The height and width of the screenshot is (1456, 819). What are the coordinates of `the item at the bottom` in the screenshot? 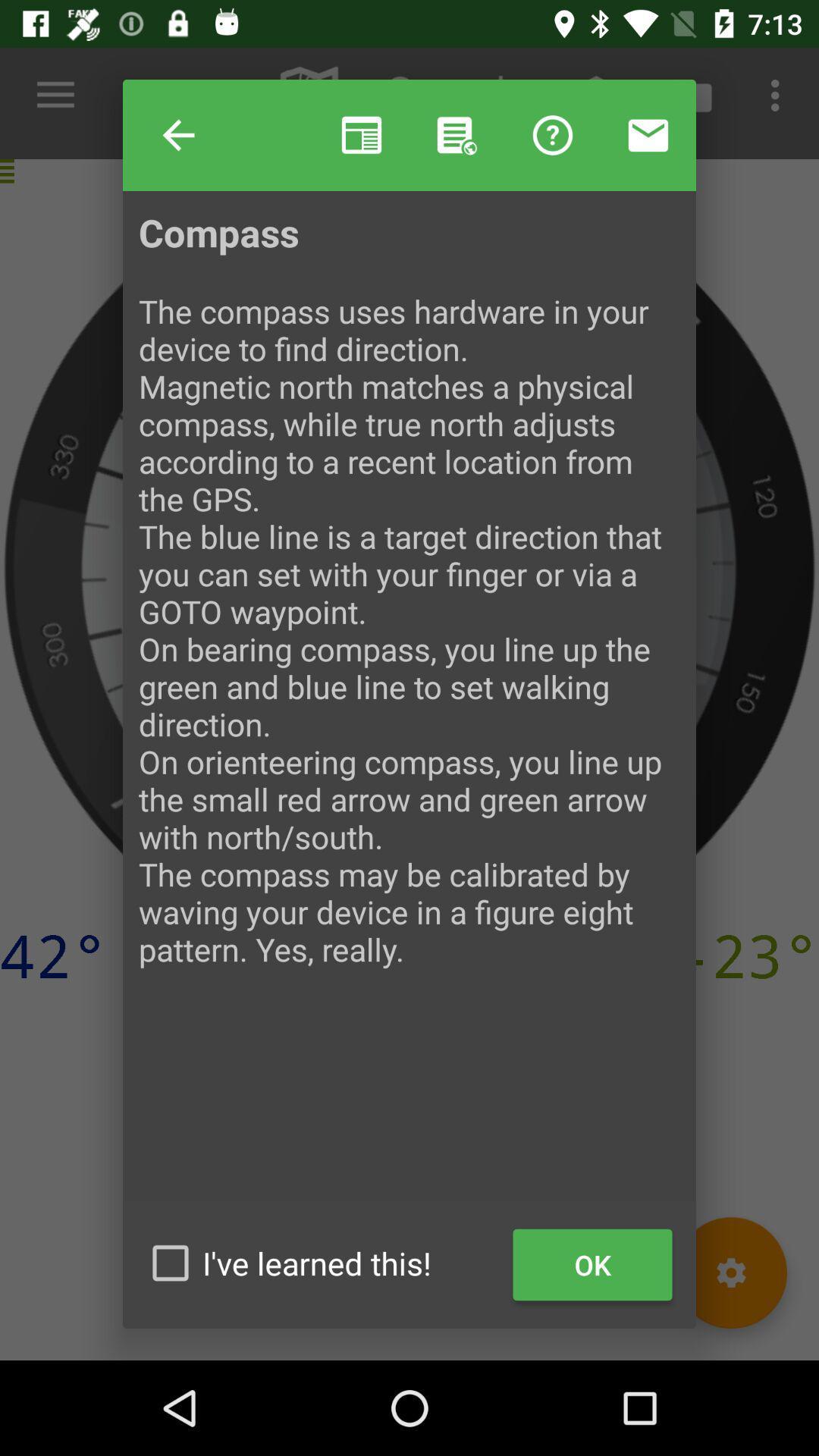 It's located at (321, 1263).